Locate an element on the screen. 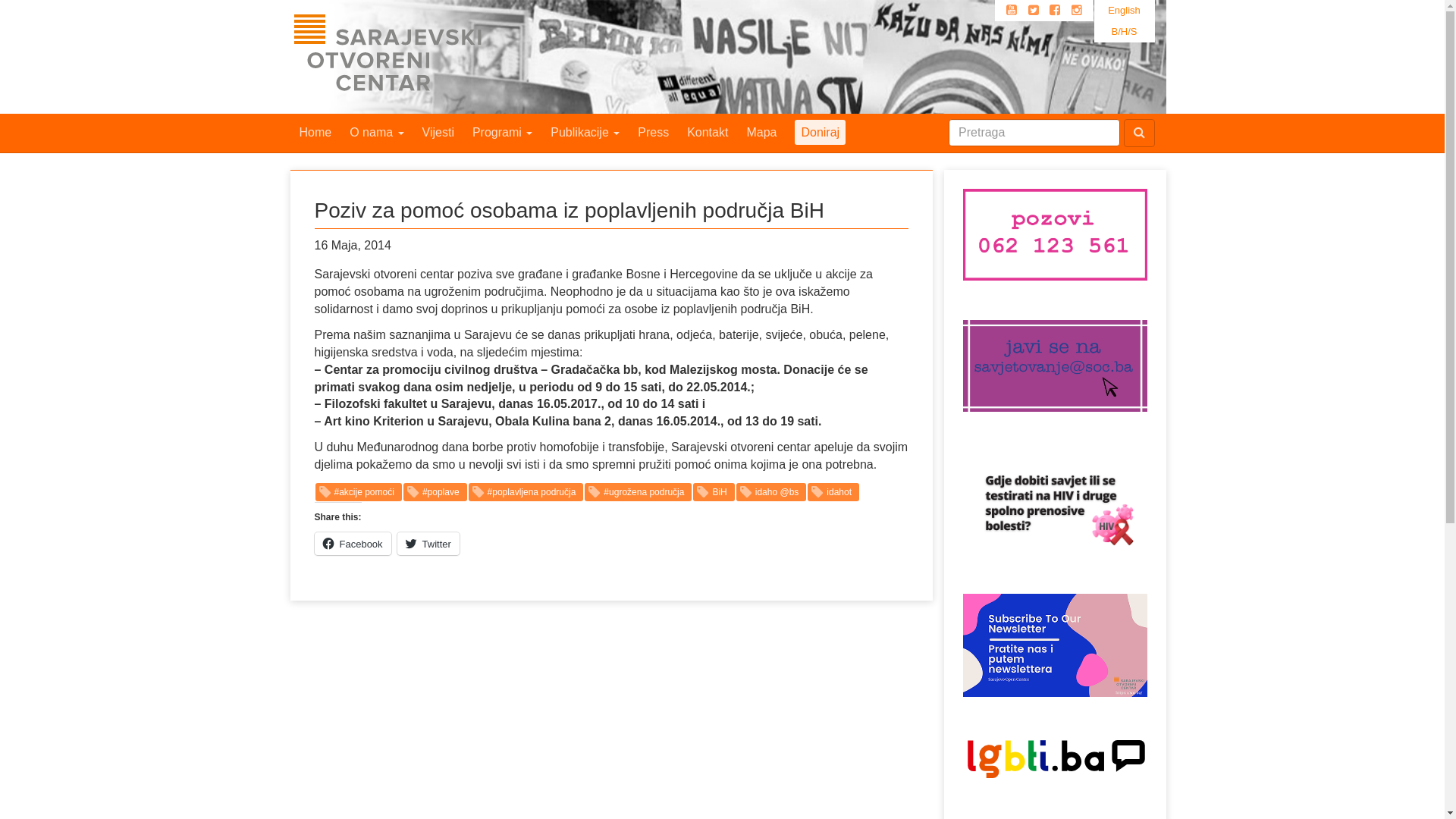 The width and height of the screenshot is (1456, 819). '#poplave' is located at coordinates (403, 491).